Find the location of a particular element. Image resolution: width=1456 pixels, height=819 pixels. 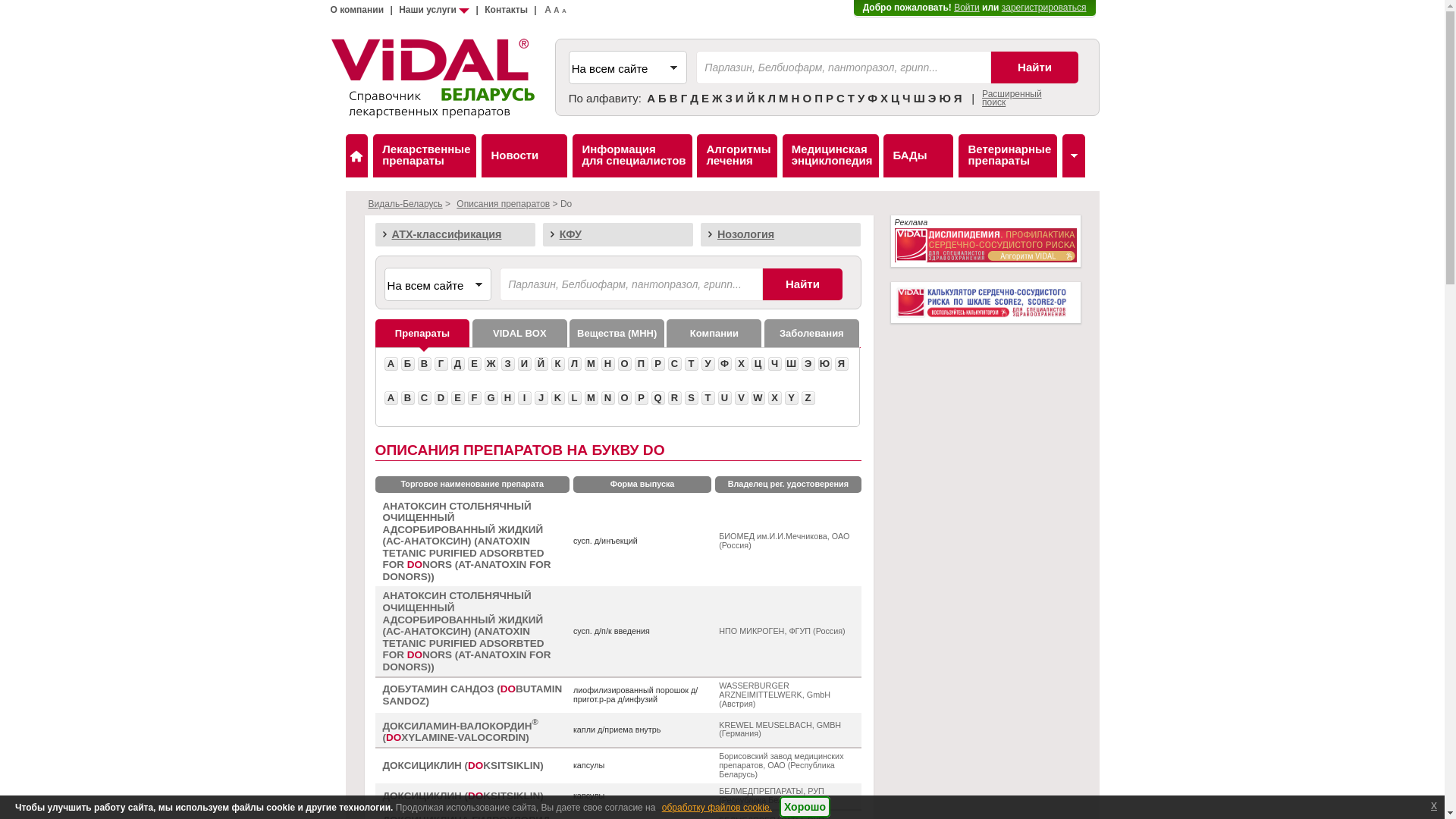

'J' is located at coordinates (541, 397).